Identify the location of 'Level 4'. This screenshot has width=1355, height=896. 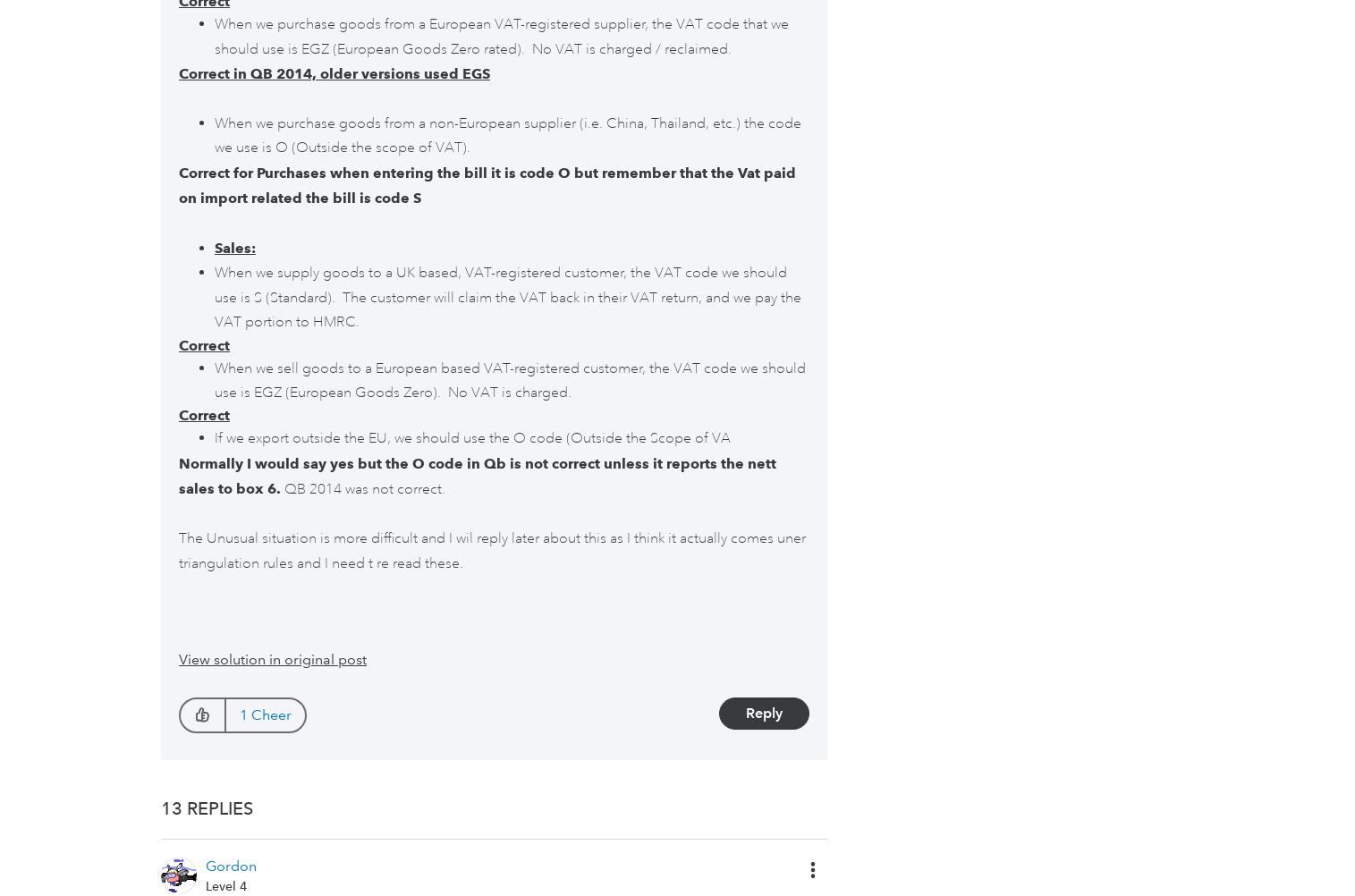
(225, 883).